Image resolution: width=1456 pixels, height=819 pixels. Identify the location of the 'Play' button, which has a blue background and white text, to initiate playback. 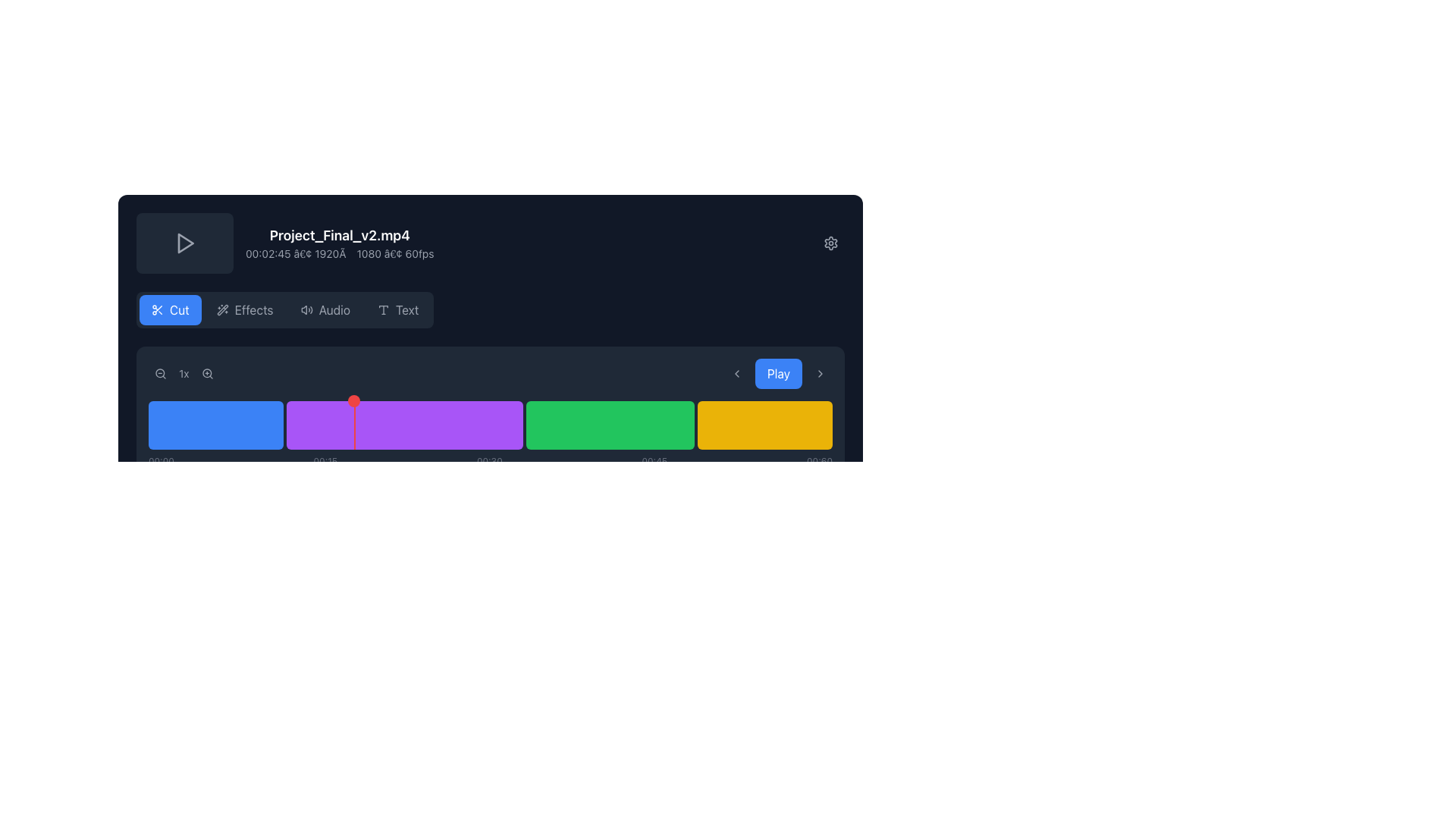
(778, 374).